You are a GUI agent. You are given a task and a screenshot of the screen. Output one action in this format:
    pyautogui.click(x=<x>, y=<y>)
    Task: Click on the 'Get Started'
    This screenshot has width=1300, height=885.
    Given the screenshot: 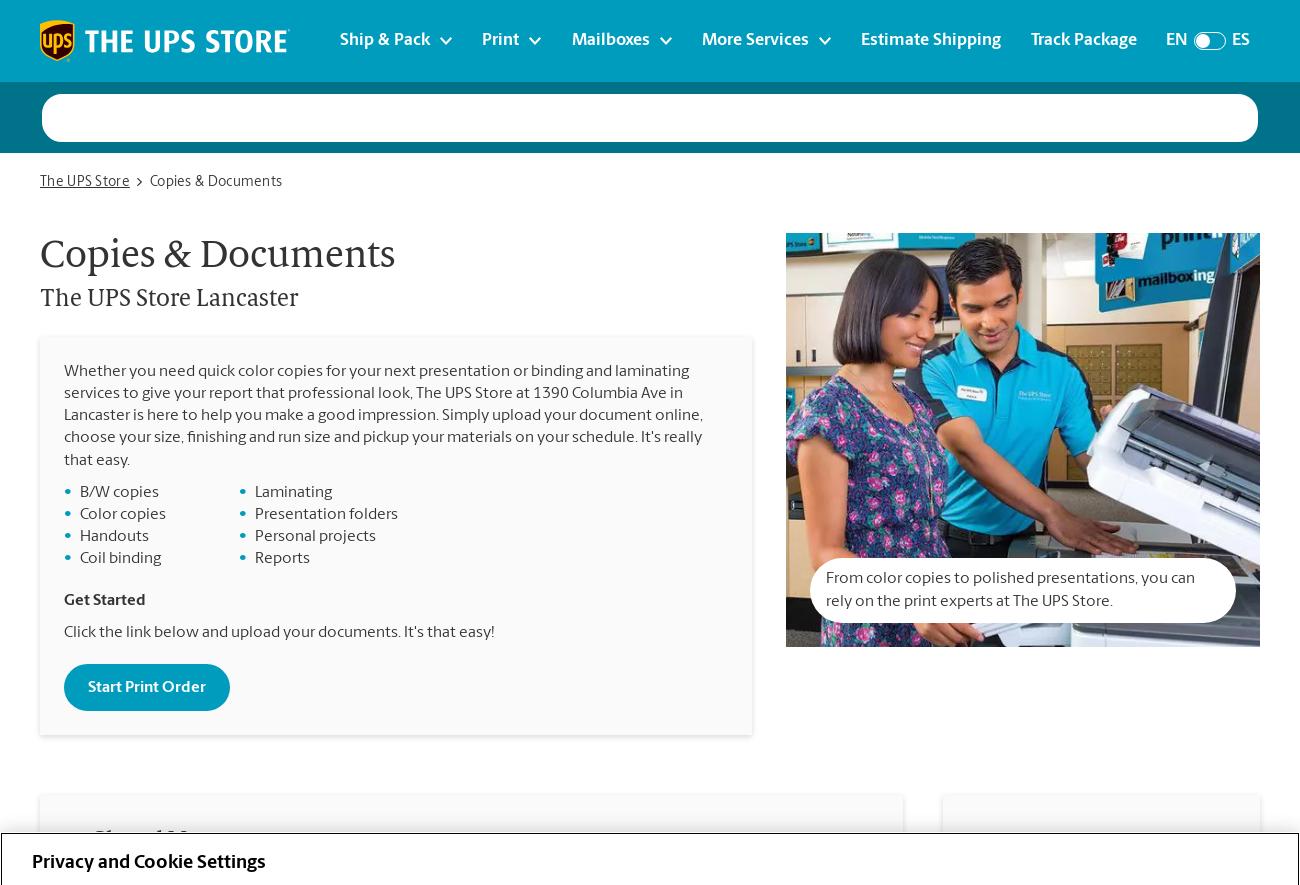 What is the action you would take?
    pyautogui.click(x=105, y=600)
    